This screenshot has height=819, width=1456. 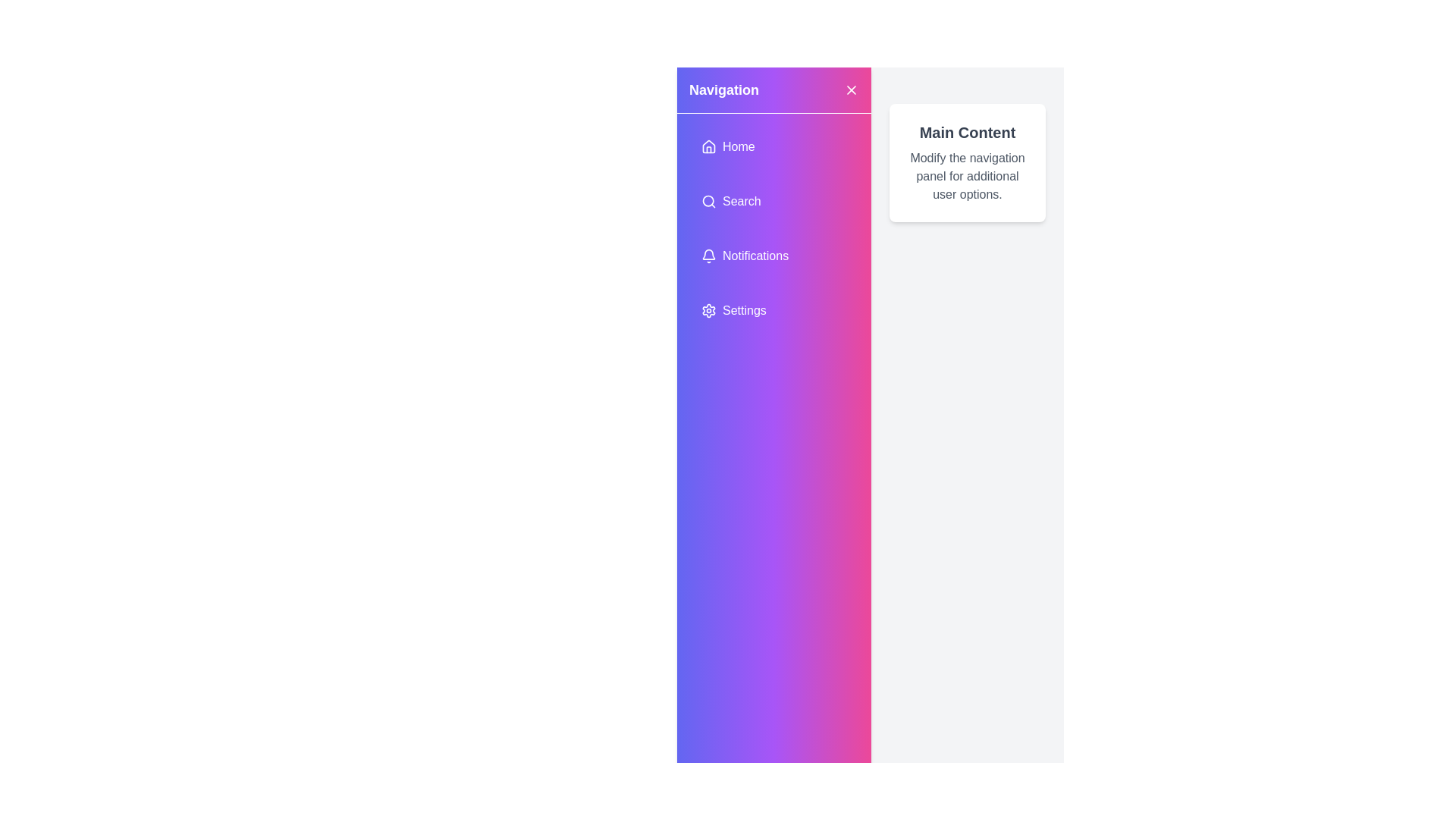 What do you see at coordinates (733, 309) in the screenshot?
I see `the fourth navigational menu button located beneath the 'Notifications' element` at bounding box center [733, 309].